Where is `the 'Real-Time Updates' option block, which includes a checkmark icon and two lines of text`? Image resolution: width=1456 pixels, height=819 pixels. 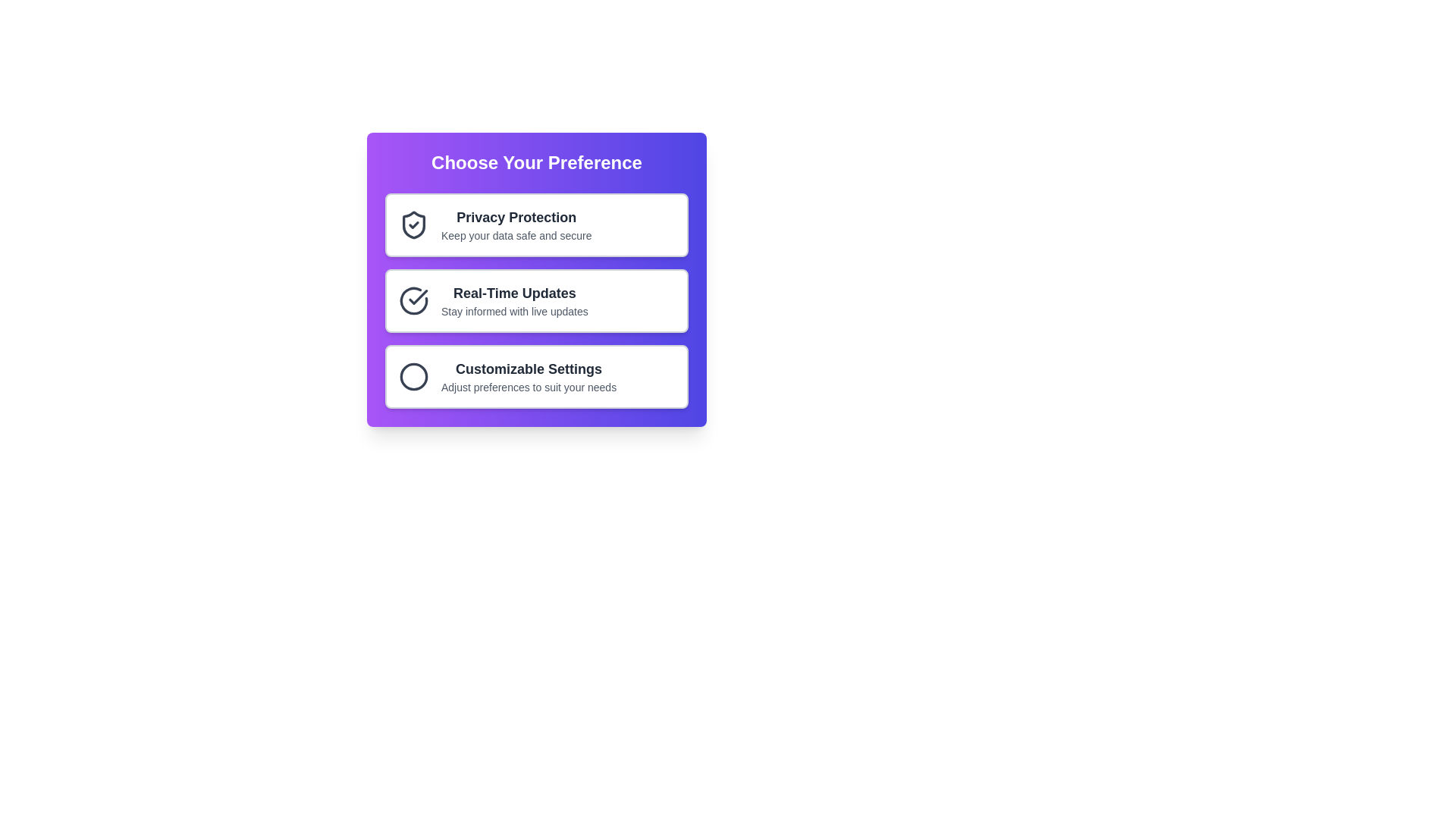 the 'Real-Time Updates' option block, which includes a checkmark icon and two lines of text is located at coordinates (493, 301).